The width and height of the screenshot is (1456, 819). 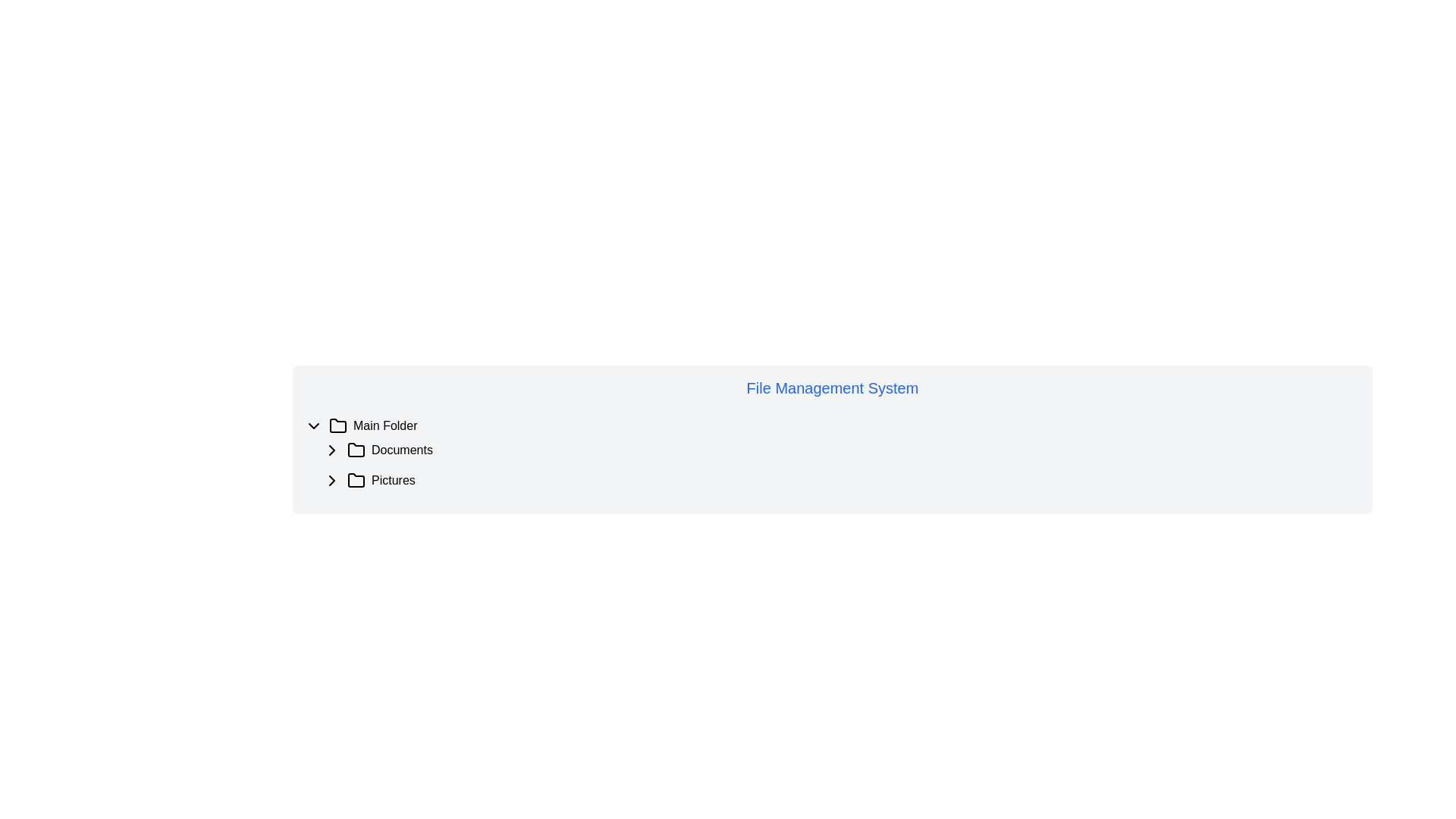 I want to click on the 'Pictures' label in the tree view structure, which is the third item under 'Main Folder' and 'Documents', so click(x=393, y=480).